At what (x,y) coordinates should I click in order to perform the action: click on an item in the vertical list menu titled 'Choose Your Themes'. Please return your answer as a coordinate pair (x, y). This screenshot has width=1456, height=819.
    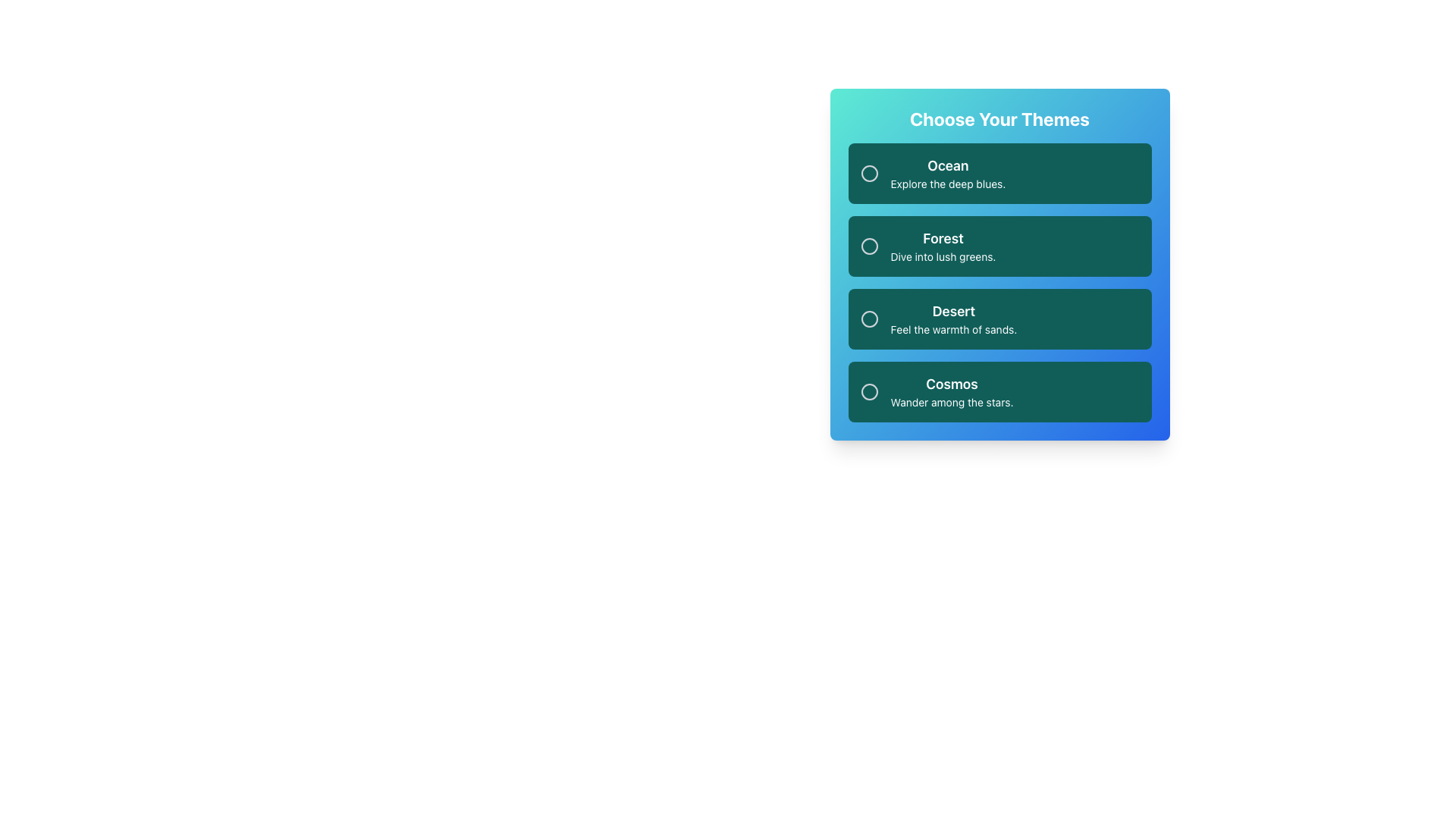
    Looking at the image, I should click on (999, 283).